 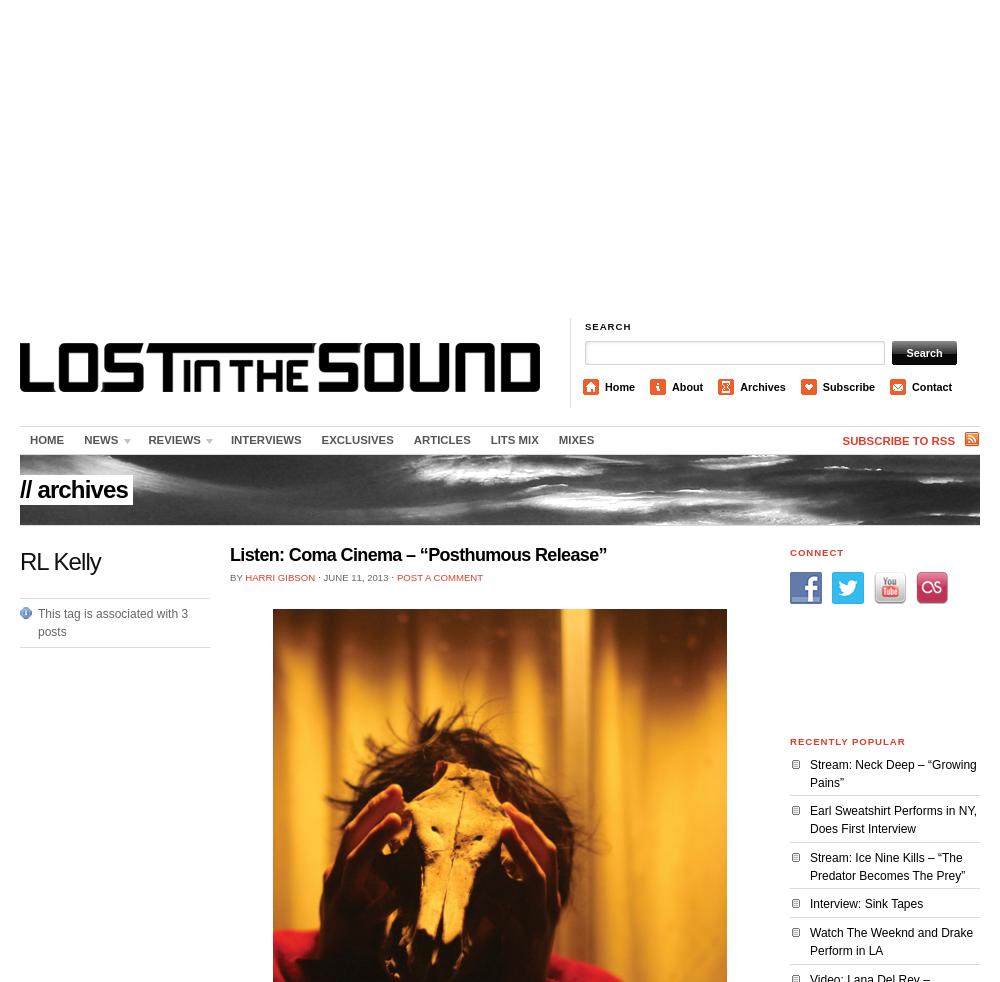 What do you see at coordinates (354, 576) in the screenshot?
I see `'June 11, 2013'` at bounding box center [354, 576].